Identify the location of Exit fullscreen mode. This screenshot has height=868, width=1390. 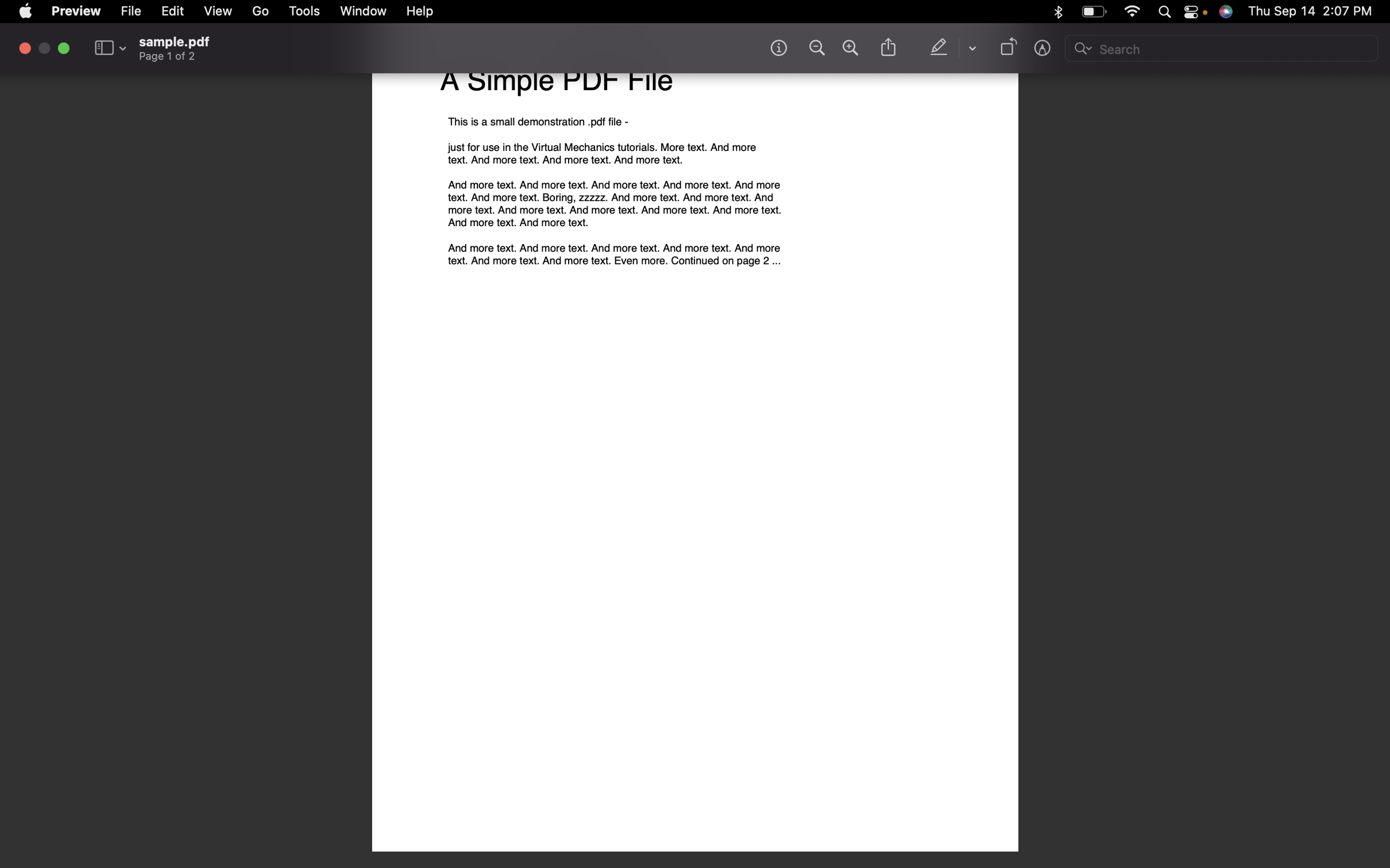
(63, 48).